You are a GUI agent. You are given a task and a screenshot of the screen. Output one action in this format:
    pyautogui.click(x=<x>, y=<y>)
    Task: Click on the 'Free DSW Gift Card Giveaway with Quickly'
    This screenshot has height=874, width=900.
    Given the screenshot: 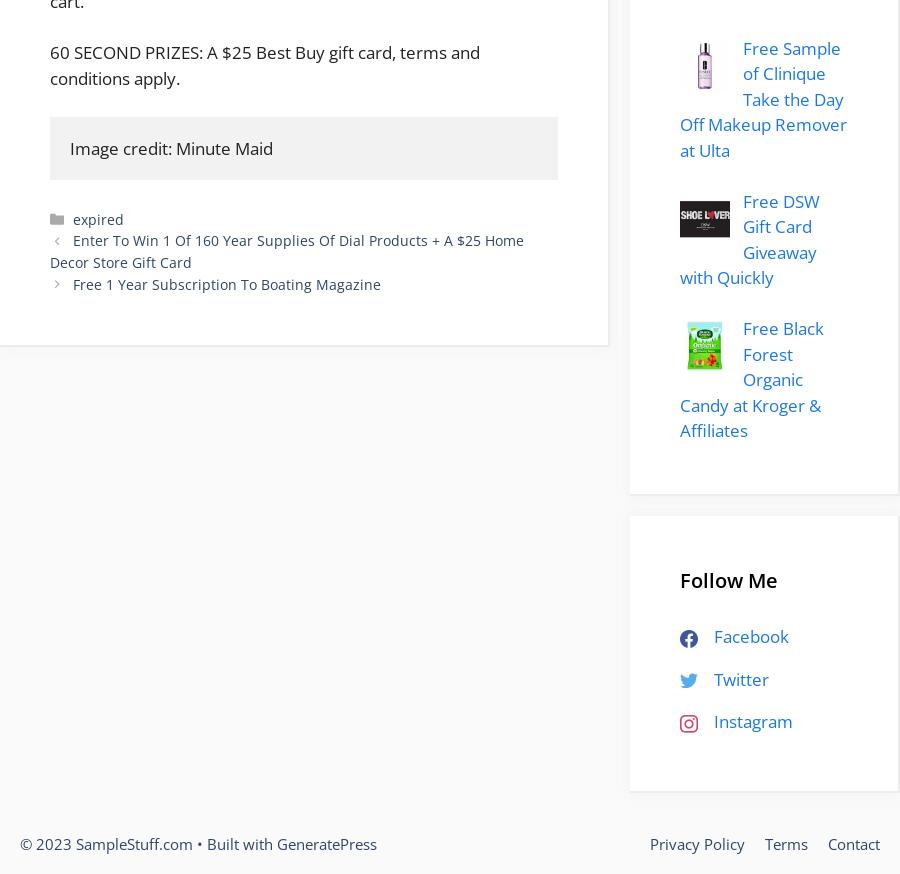 What is the action you would take?
    pyautogui.click(x=748, y=239)
    